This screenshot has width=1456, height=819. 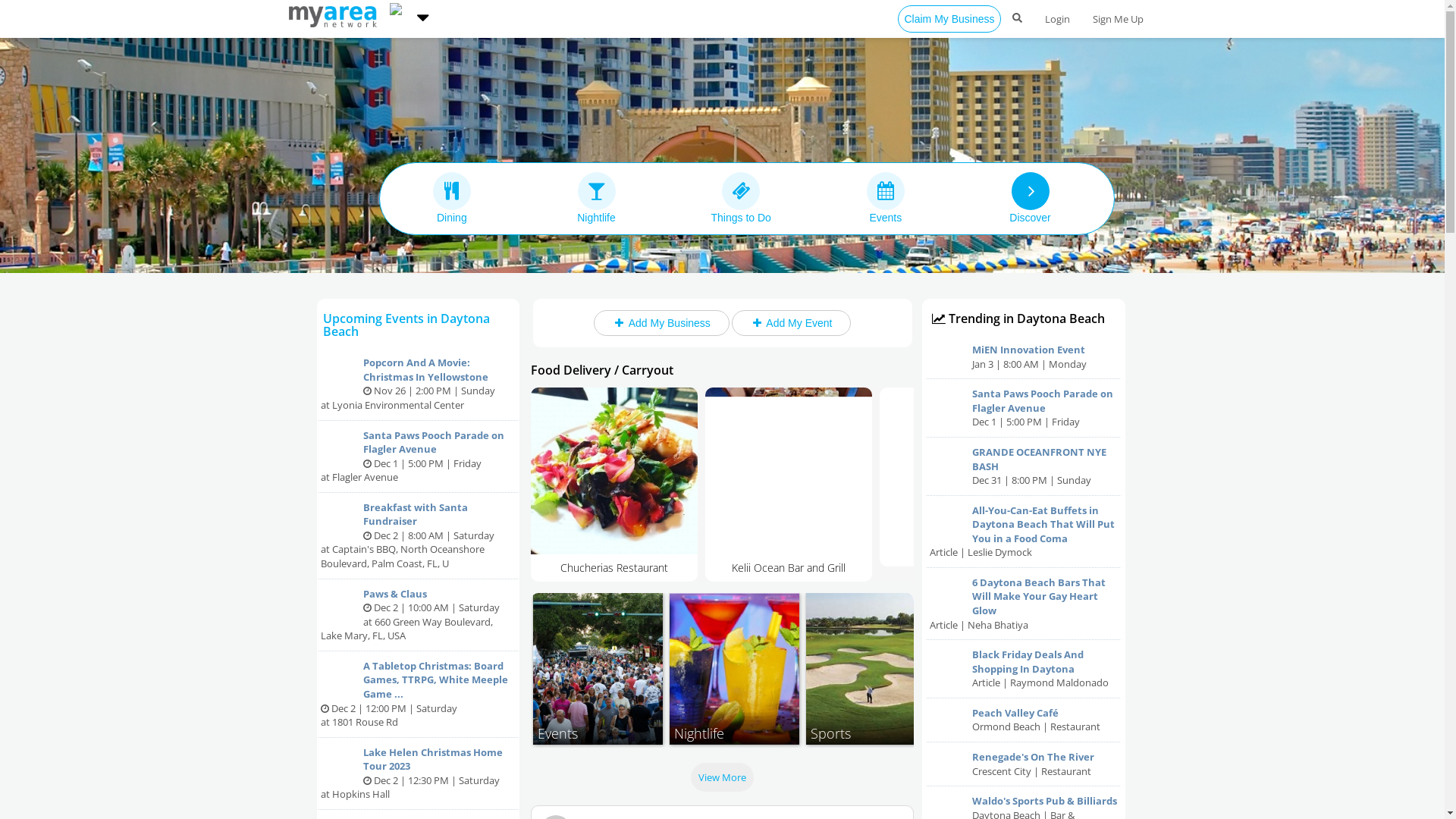 I want to click on '    Add My Event   ', so click(x=789, y=322).